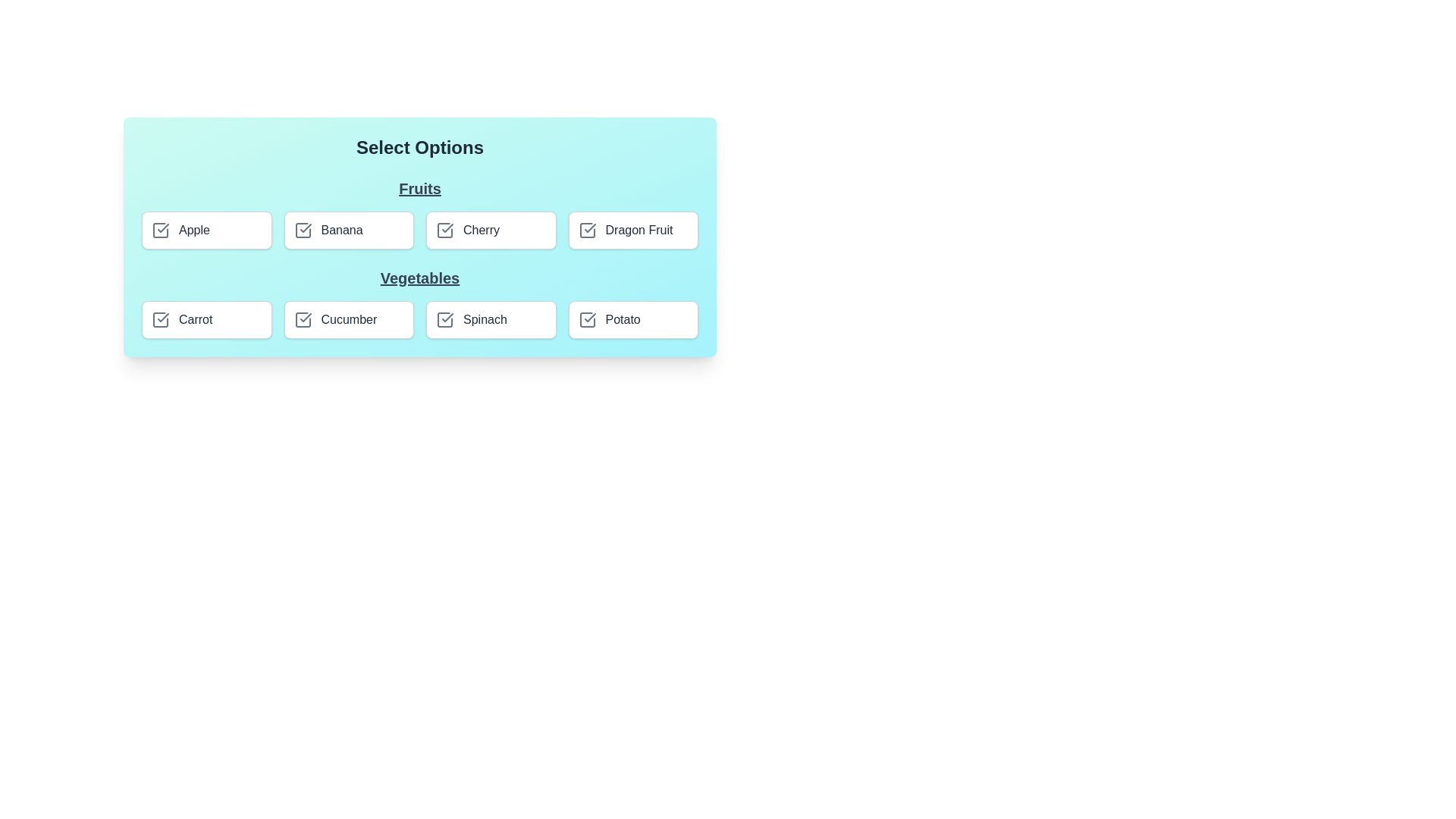 This screenshot has height=819, width=1456. I want to click on the text label 'Vegetables' which is styled with a bold, large font and an underline, located centrally in its section above the grid of vegetable options, so click(419, 278).